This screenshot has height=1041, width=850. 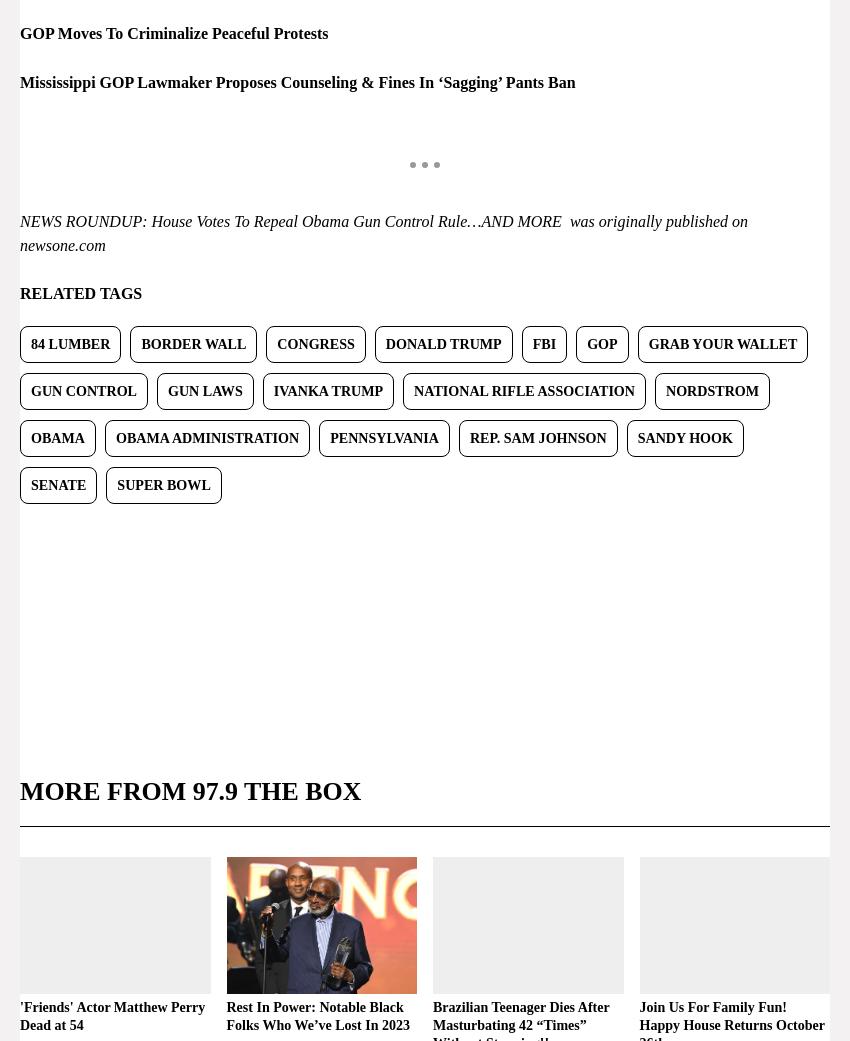 I want to click on 'Rest In Power: Notable Black Folks Who We’ve Lost In 2023', so click(x=226, y=1016).